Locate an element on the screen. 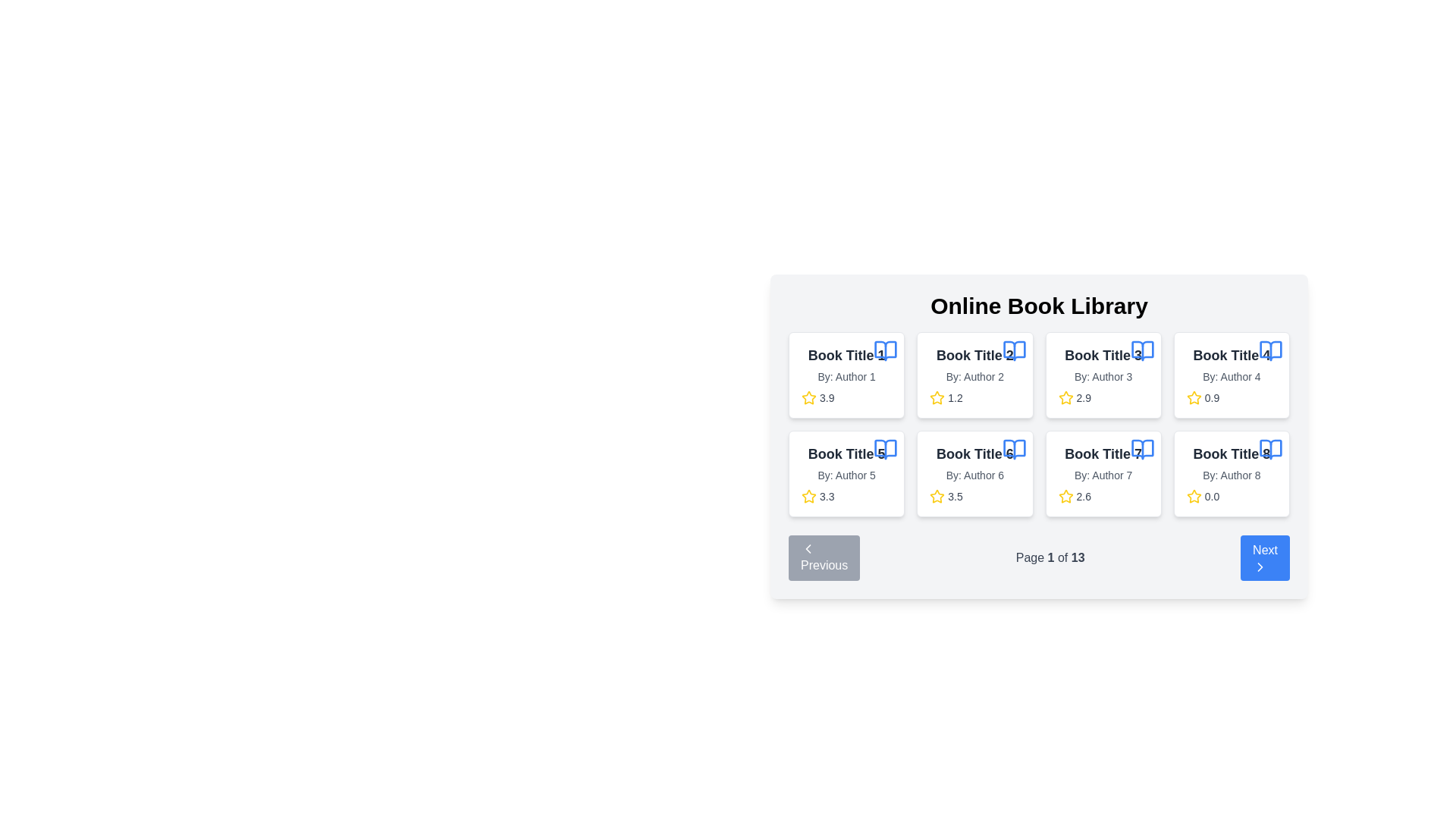 This screenshot has height=819, width=1456. the static text label that serves as the title of a book in the fourth card of a two-row grid layout, located in the second row and second column is located at coordinates (1232, 356).